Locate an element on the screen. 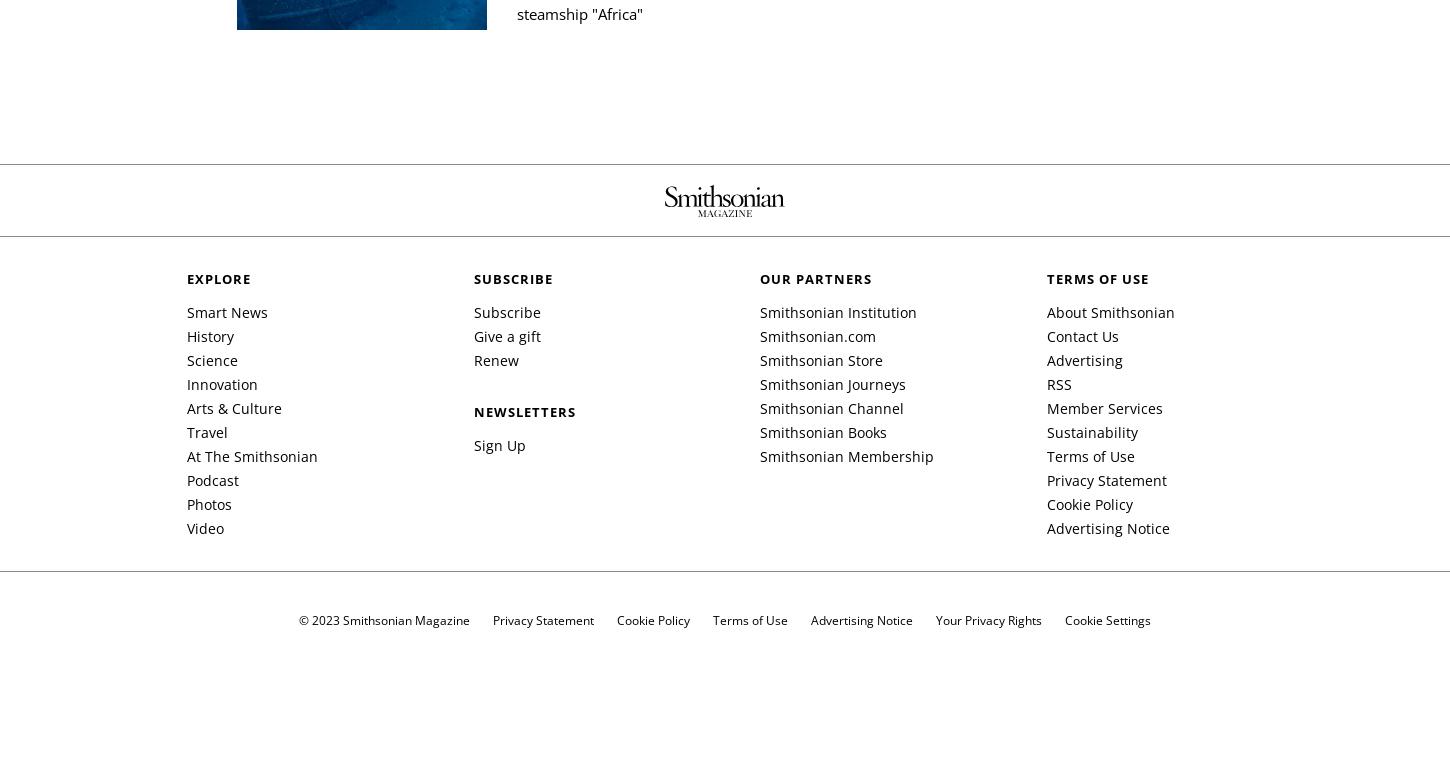 Image resolution: width=1450 pixels, height=778 pixels. 'Smart News' is located at coordinates (186, 311).